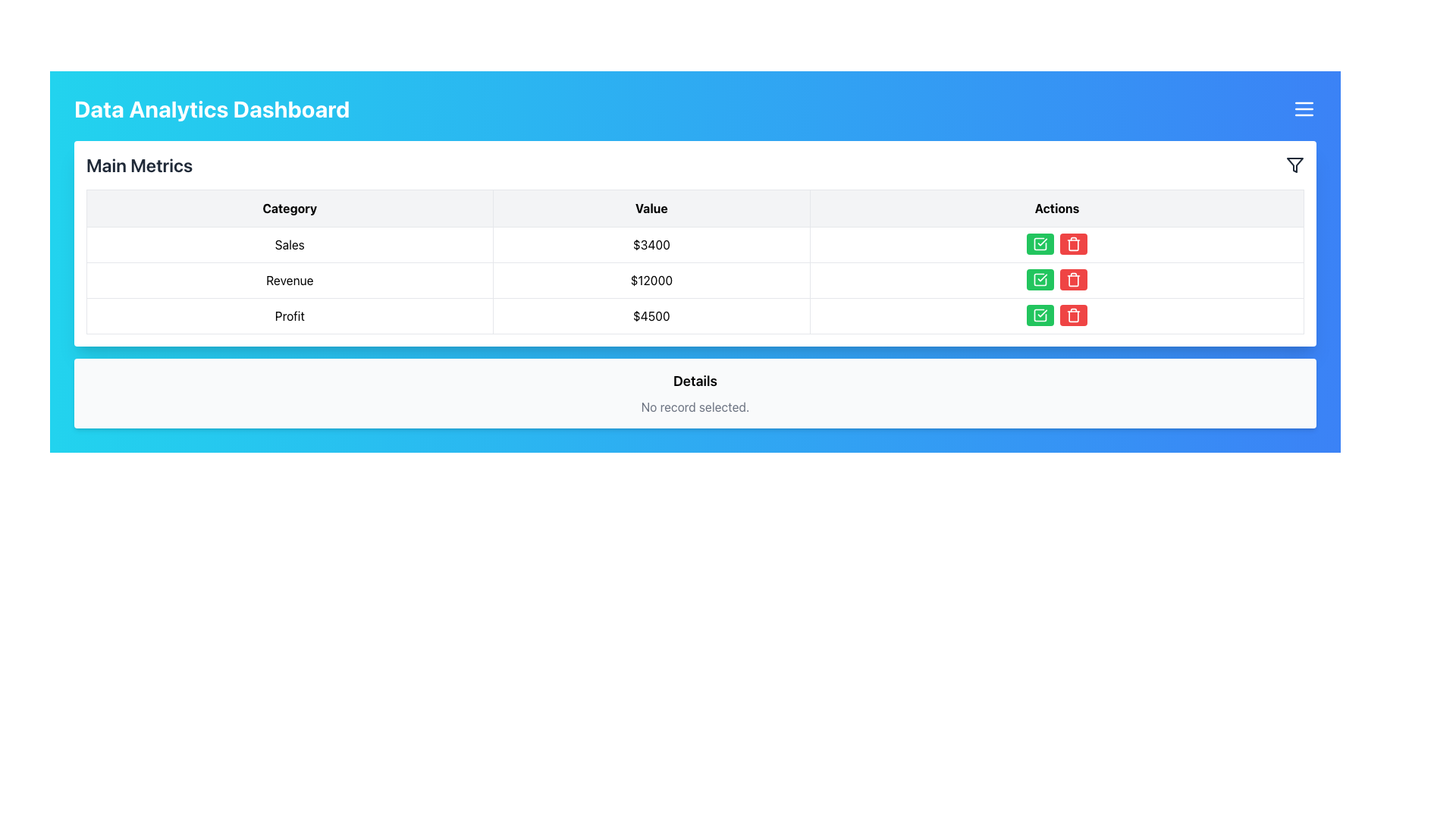 The height and width of the screenshot is (819, 1456). I want to click on the red rectangular button with rounded corners containing a trash can icon, located, so click(1073, 243).